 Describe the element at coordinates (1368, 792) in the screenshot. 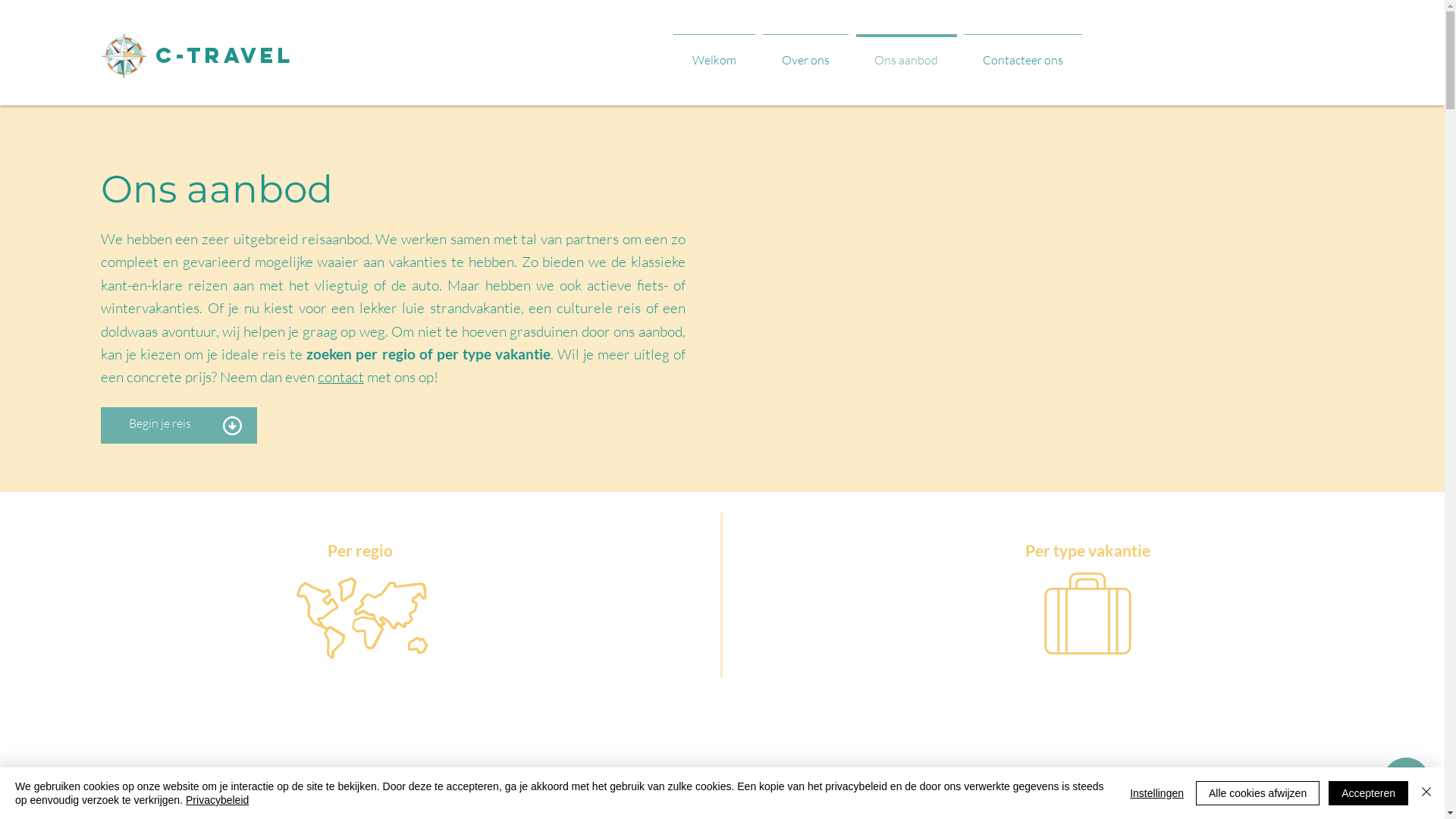

I see `'Accepteren'` at that location.